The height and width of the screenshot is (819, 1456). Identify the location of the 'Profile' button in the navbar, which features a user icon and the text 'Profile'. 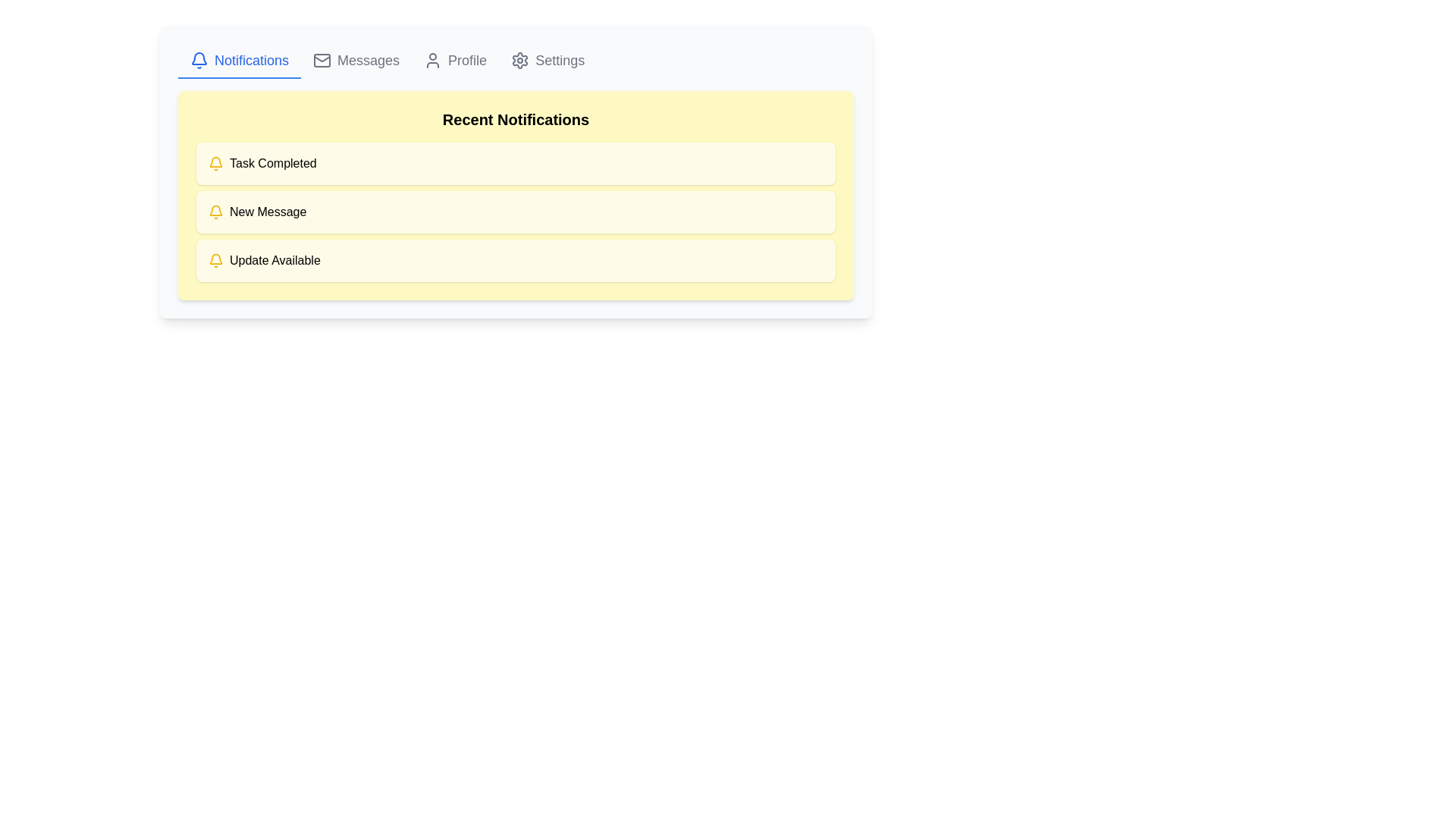
(454, 61).